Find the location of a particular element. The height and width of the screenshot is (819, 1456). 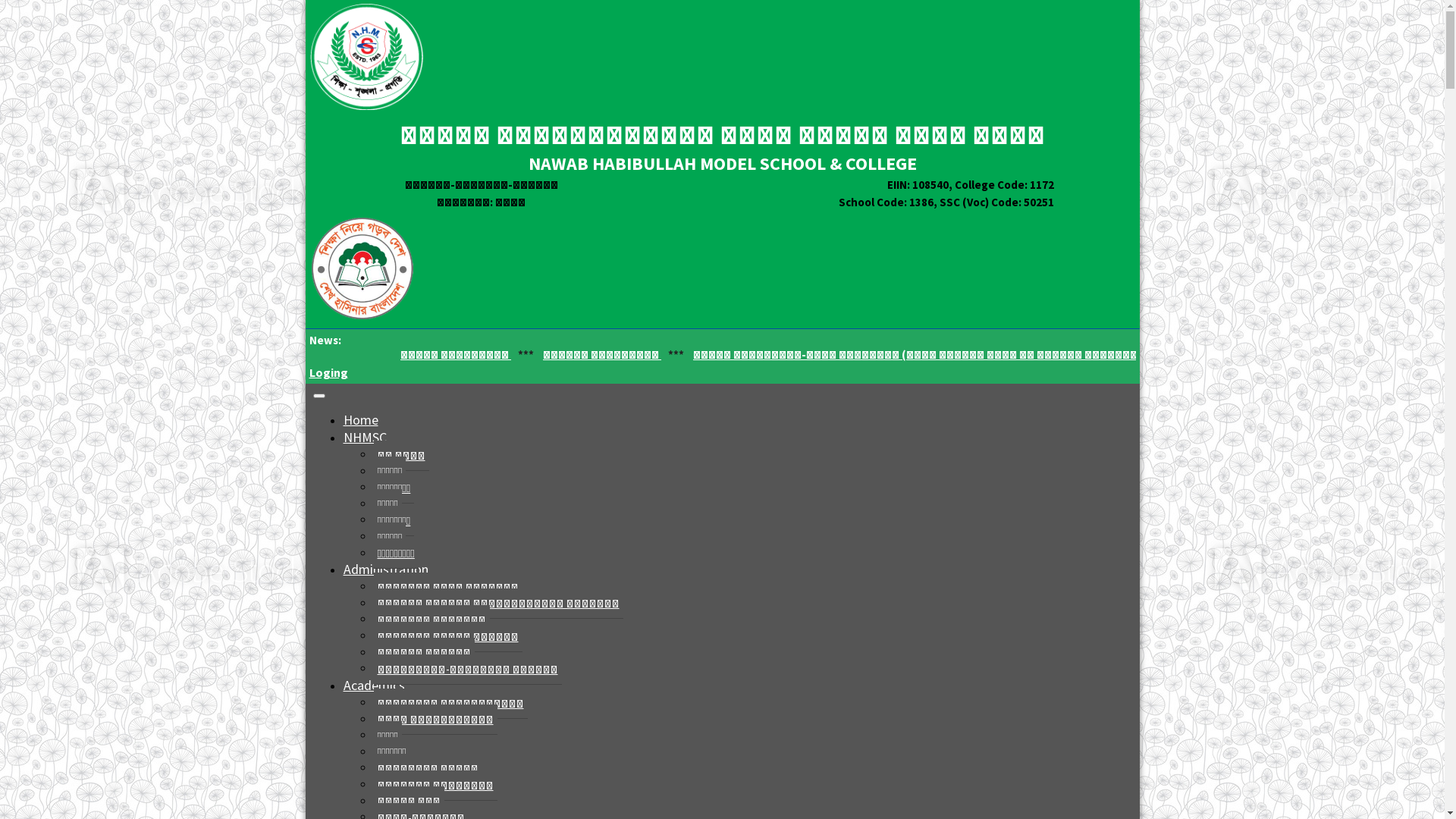

'NHMSC' is located at coordinates (364, 437).